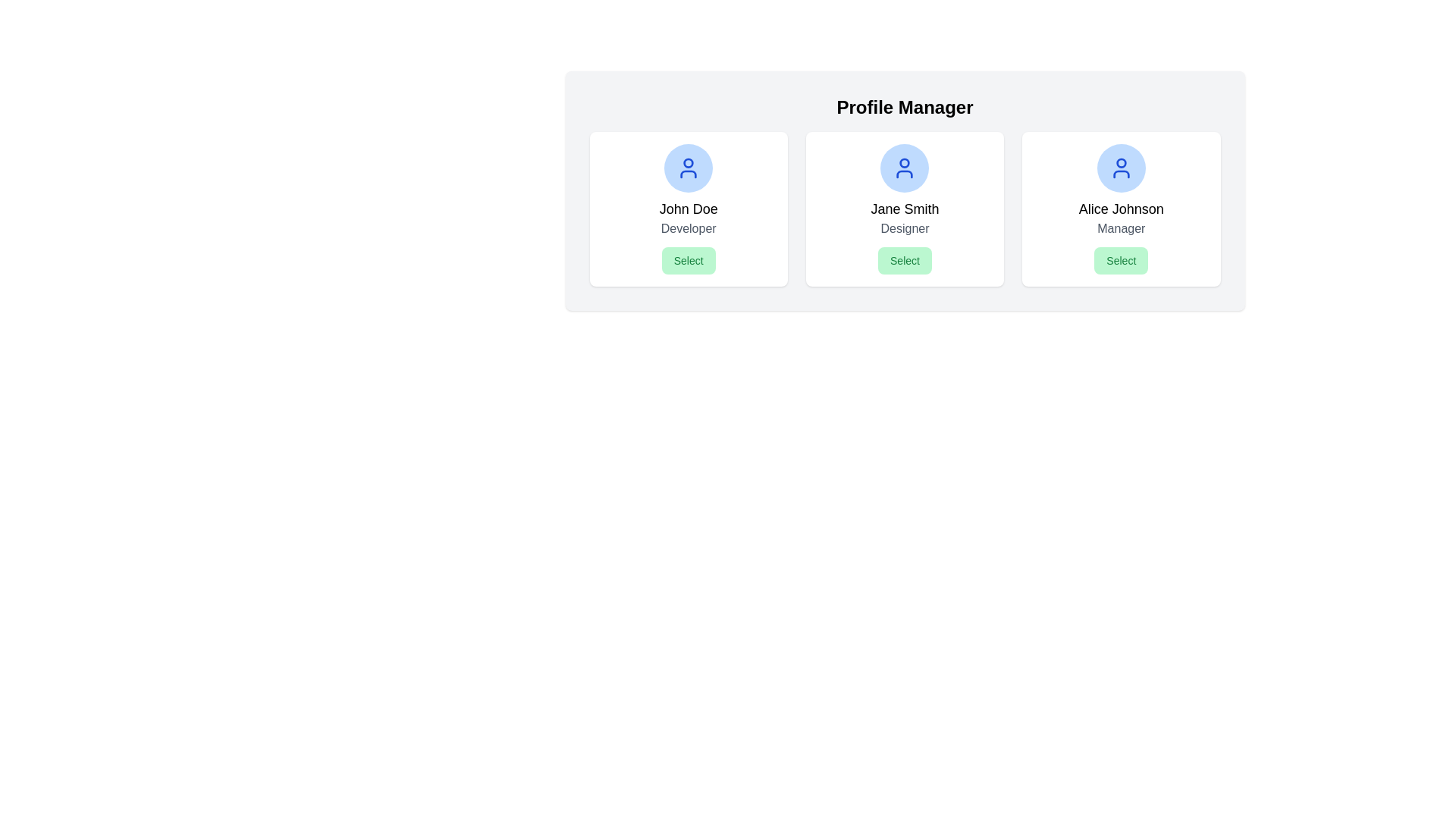 This screenshot has height=819, width=1456. I want to click on displayed name 'John Doe' from the text label element located in the upper-middle of the first card, which is visually aligned below a user icon and above the role description 'Developer', so click(688, 209).